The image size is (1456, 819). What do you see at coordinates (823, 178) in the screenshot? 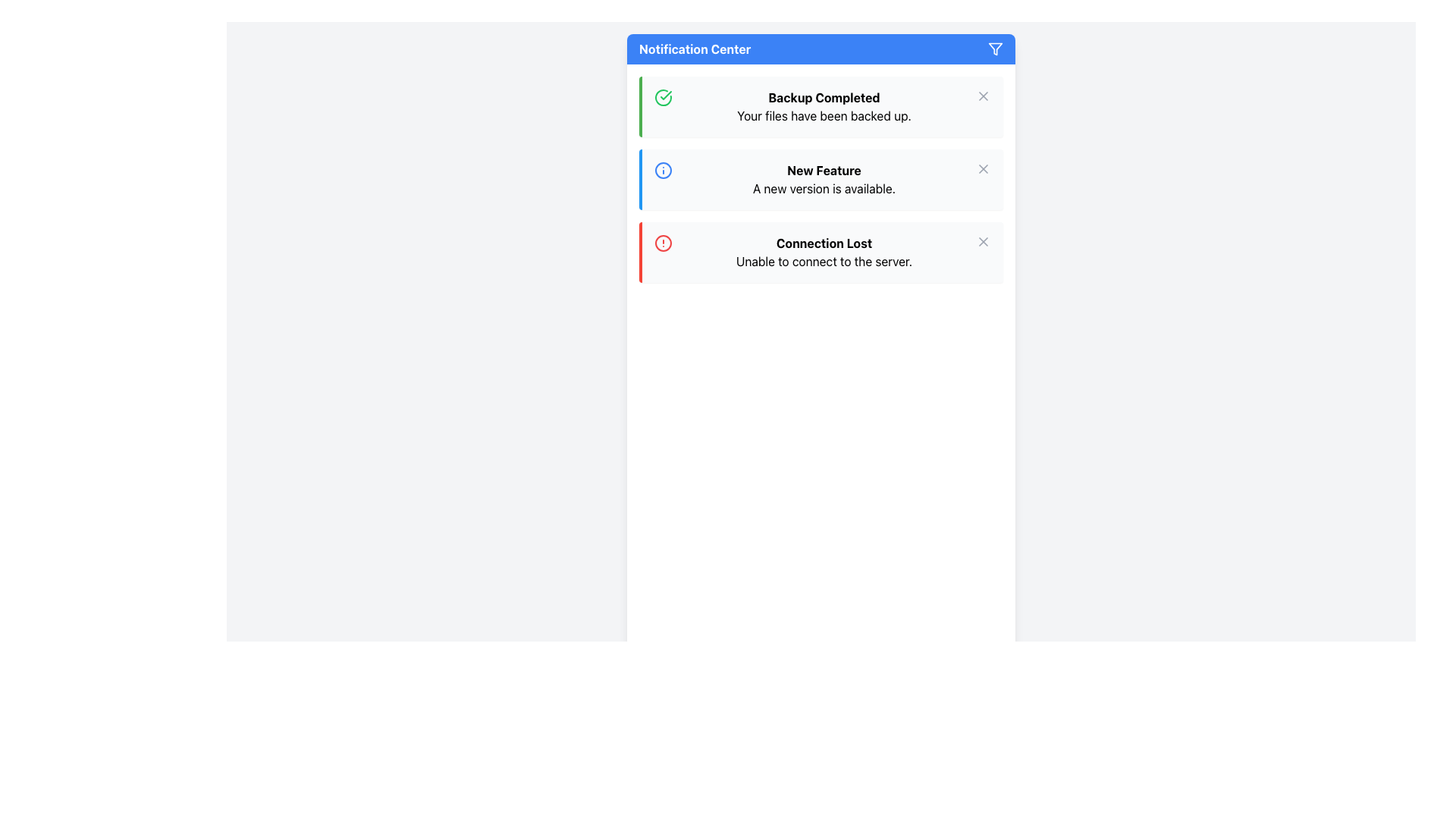
I see `the Text Display element in the second notification card of the 'Notification Center' panel, which communicates the presence of a new version or feature` at bounding box center [823, 178].